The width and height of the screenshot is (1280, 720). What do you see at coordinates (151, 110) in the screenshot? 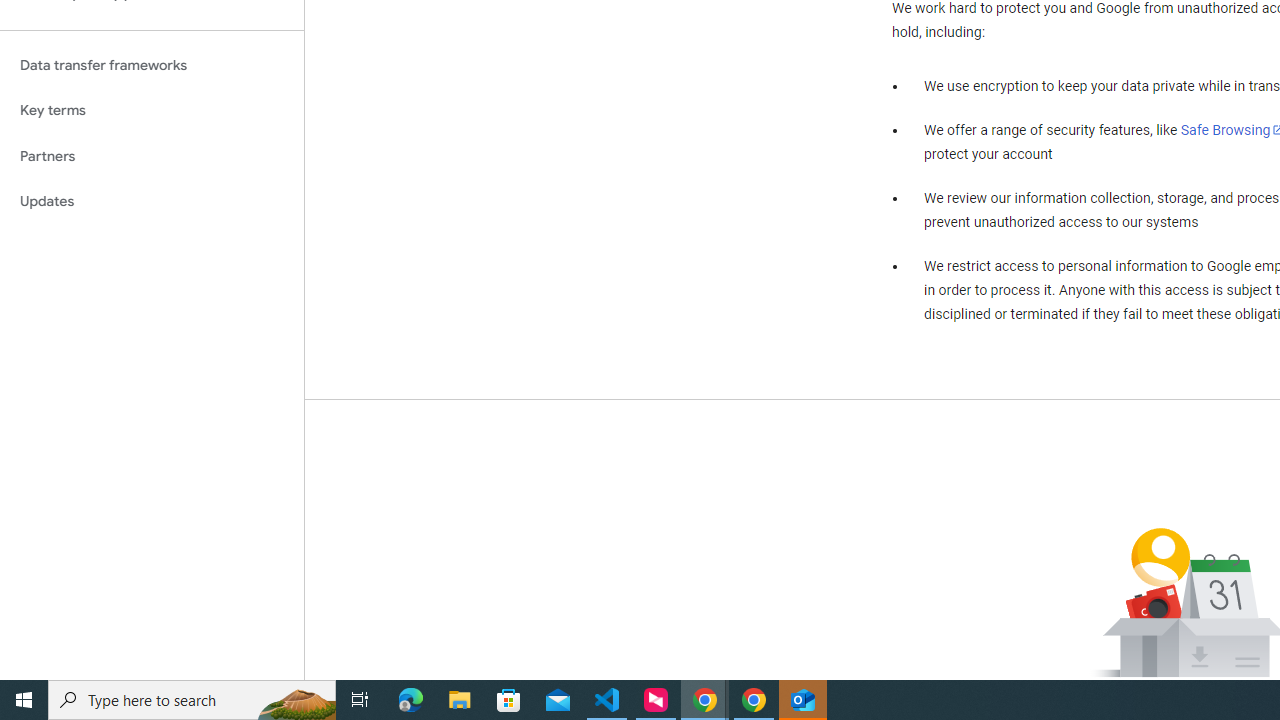
I see `'Key terms'` at bounding box center [151, 110].